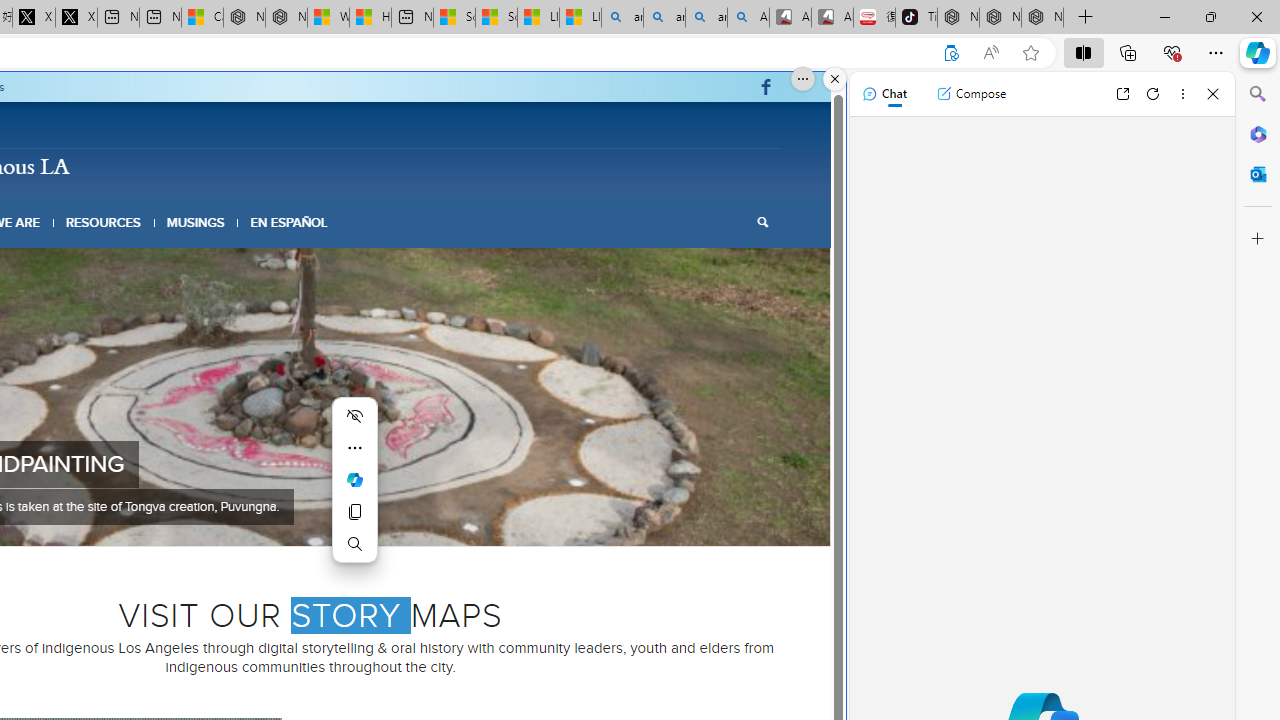 The height and width of the screenshot is (720, 1280). Describe the element at coordinates (355, 446) in the screenshot. I see `'More actions'` at that location.